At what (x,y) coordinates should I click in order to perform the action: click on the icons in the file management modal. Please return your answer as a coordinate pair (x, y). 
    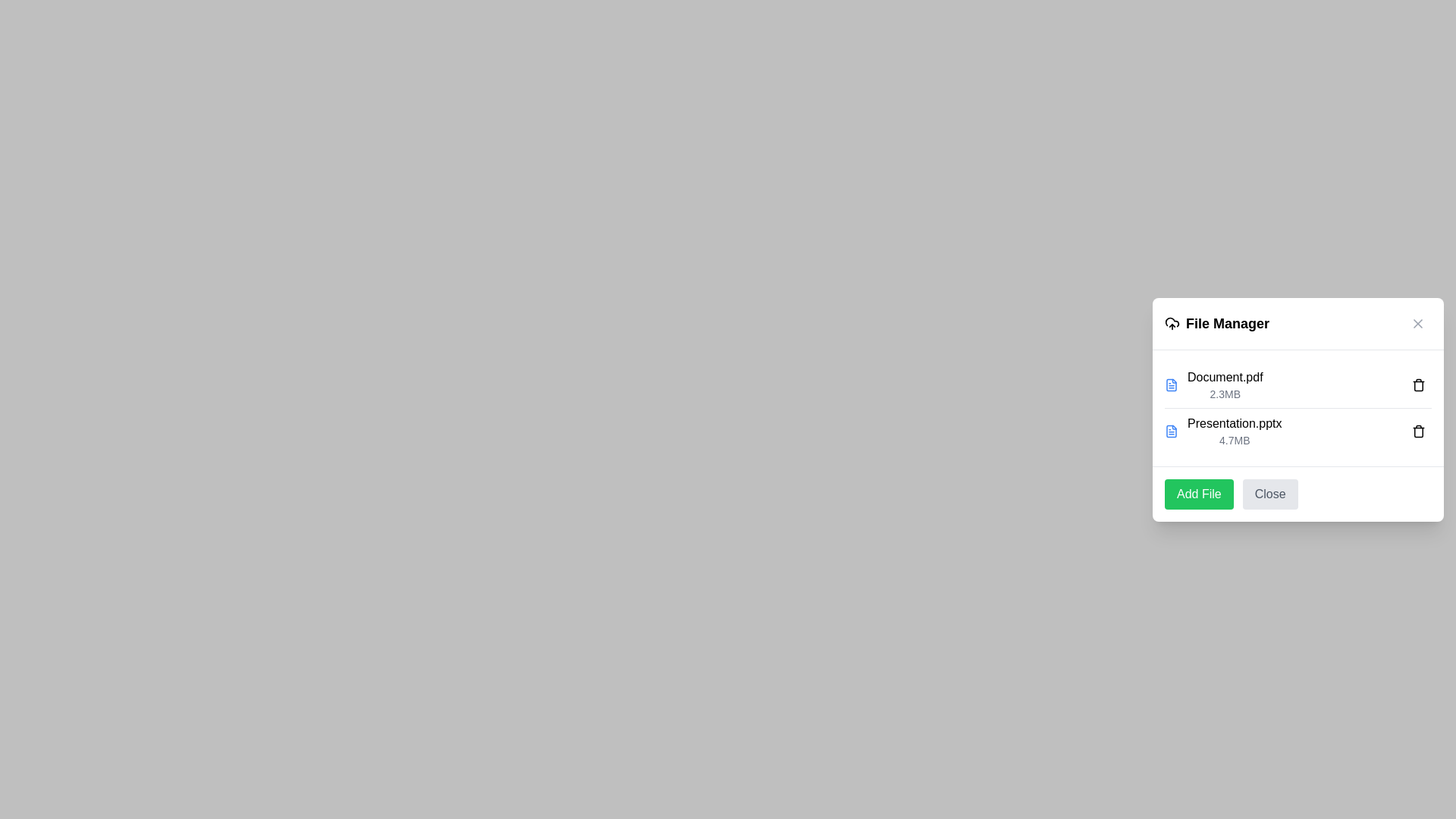
    Looking at the image, I should click on (1298, 409).